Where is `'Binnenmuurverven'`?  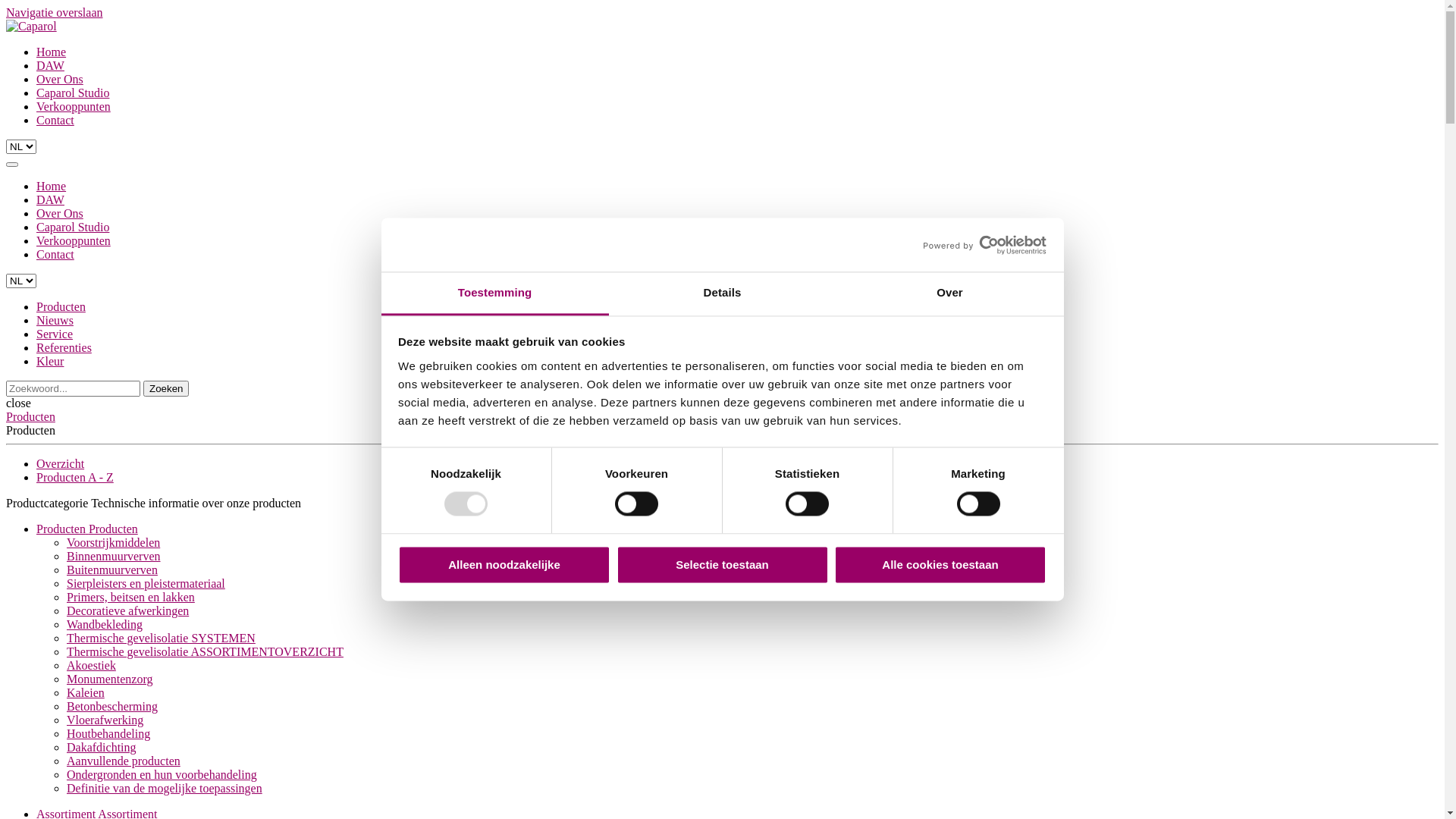 'Binnenmuurverven' is located at coordinates (112, 556).